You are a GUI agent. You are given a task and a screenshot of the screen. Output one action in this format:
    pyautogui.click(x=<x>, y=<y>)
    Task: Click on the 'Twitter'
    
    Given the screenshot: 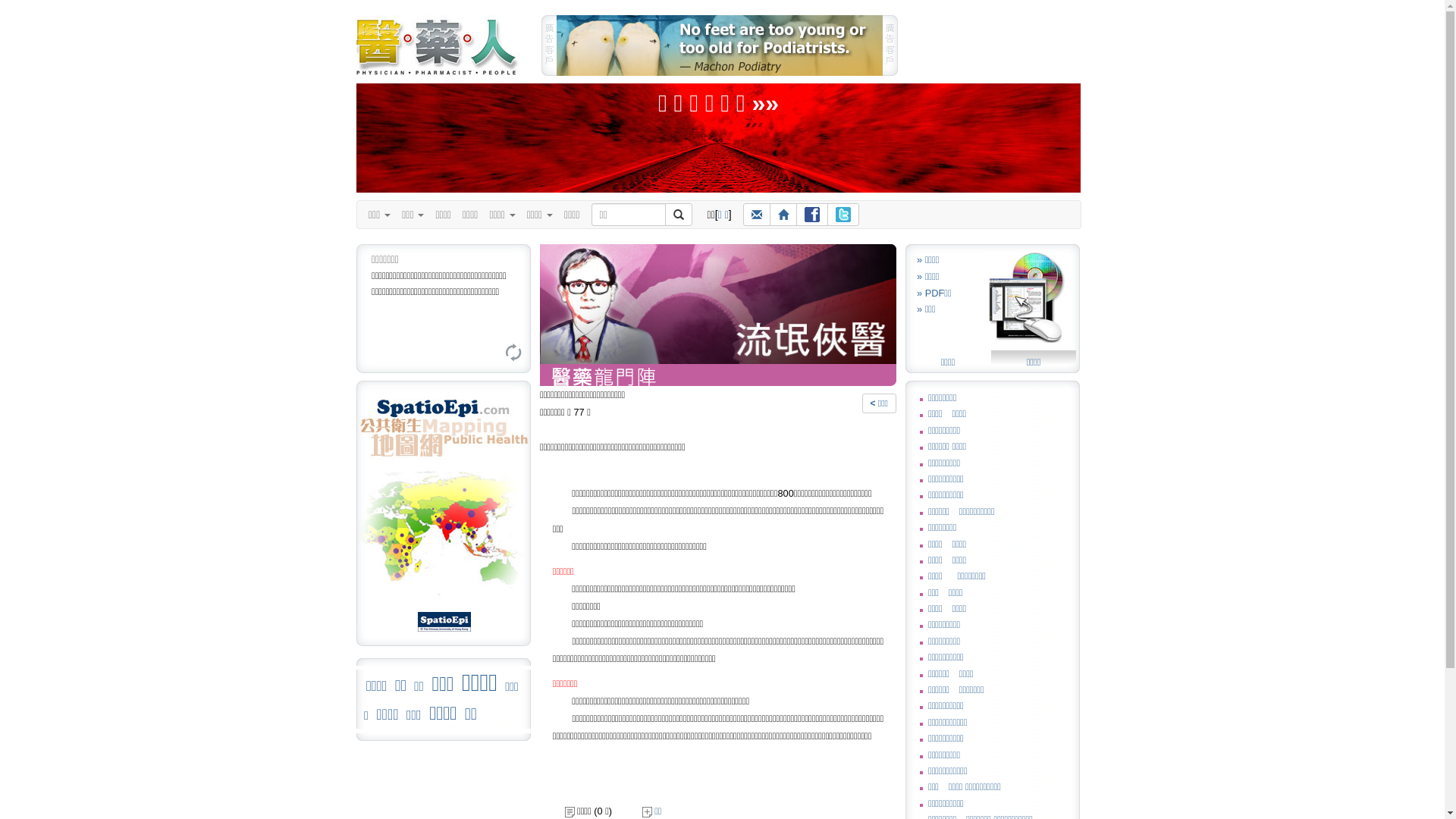 What is the action you would take?
    pyautogui.click(x=843, y=214)
    